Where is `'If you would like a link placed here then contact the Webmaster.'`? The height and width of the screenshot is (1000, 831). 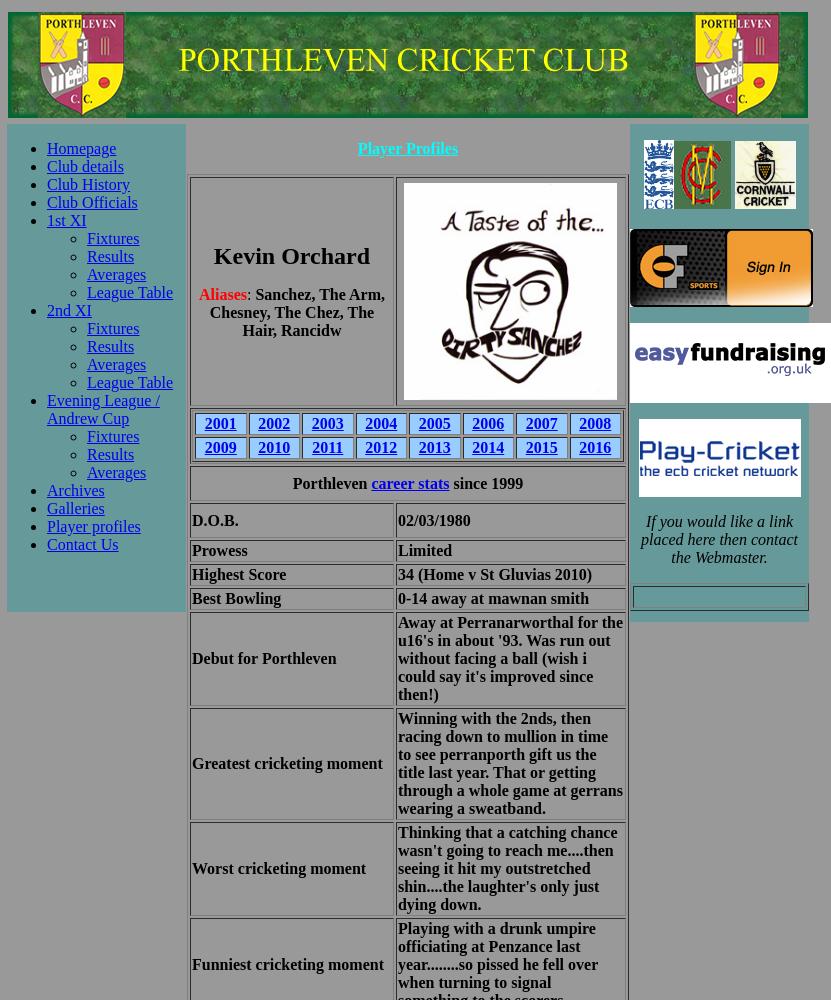 'If you would like a link placed here then contact the Webmaster.' is located at coordinates (717, 539).